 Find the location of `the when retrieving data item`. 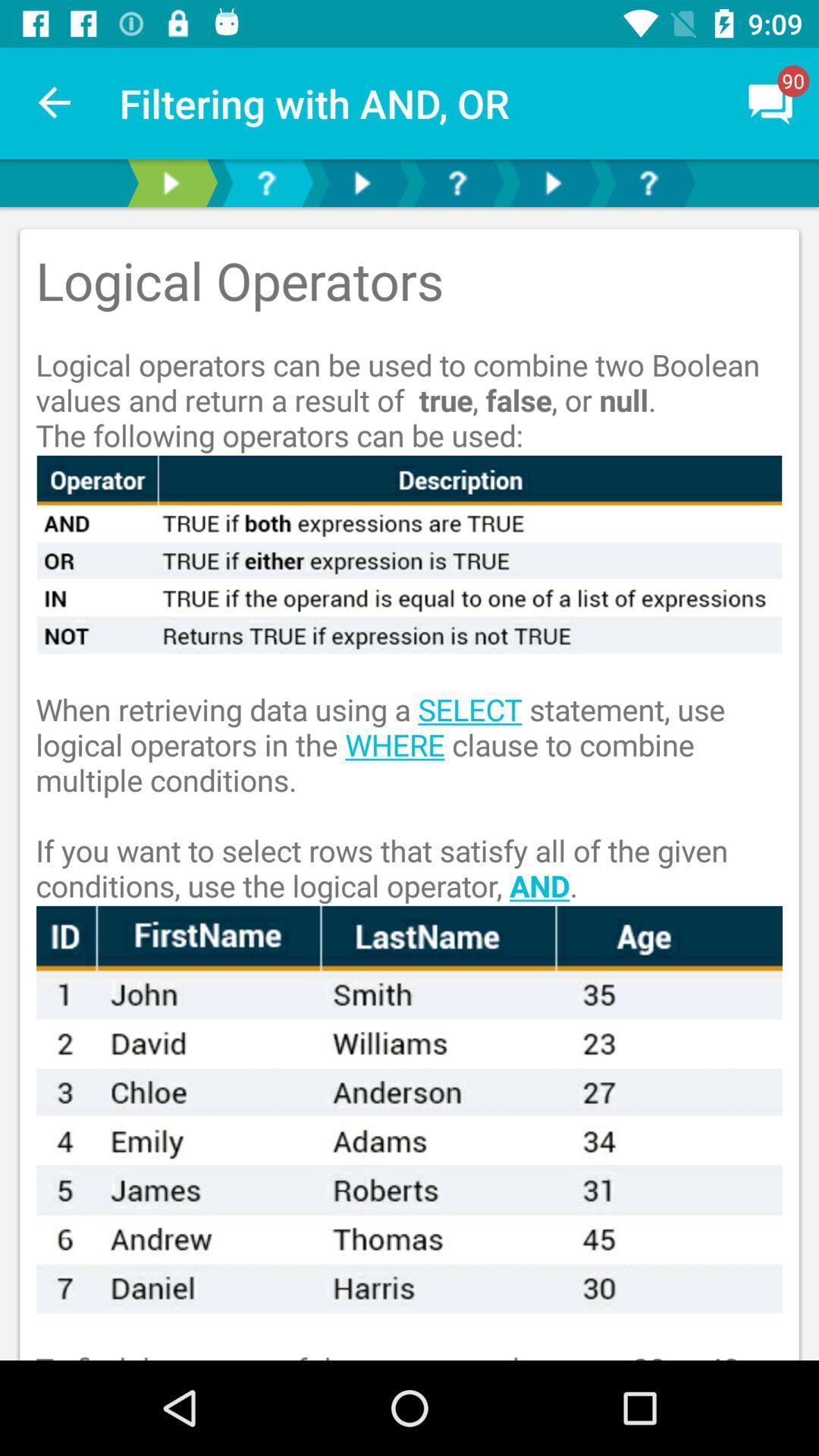

the when retrieving data item is located at coordinates (409, 780).